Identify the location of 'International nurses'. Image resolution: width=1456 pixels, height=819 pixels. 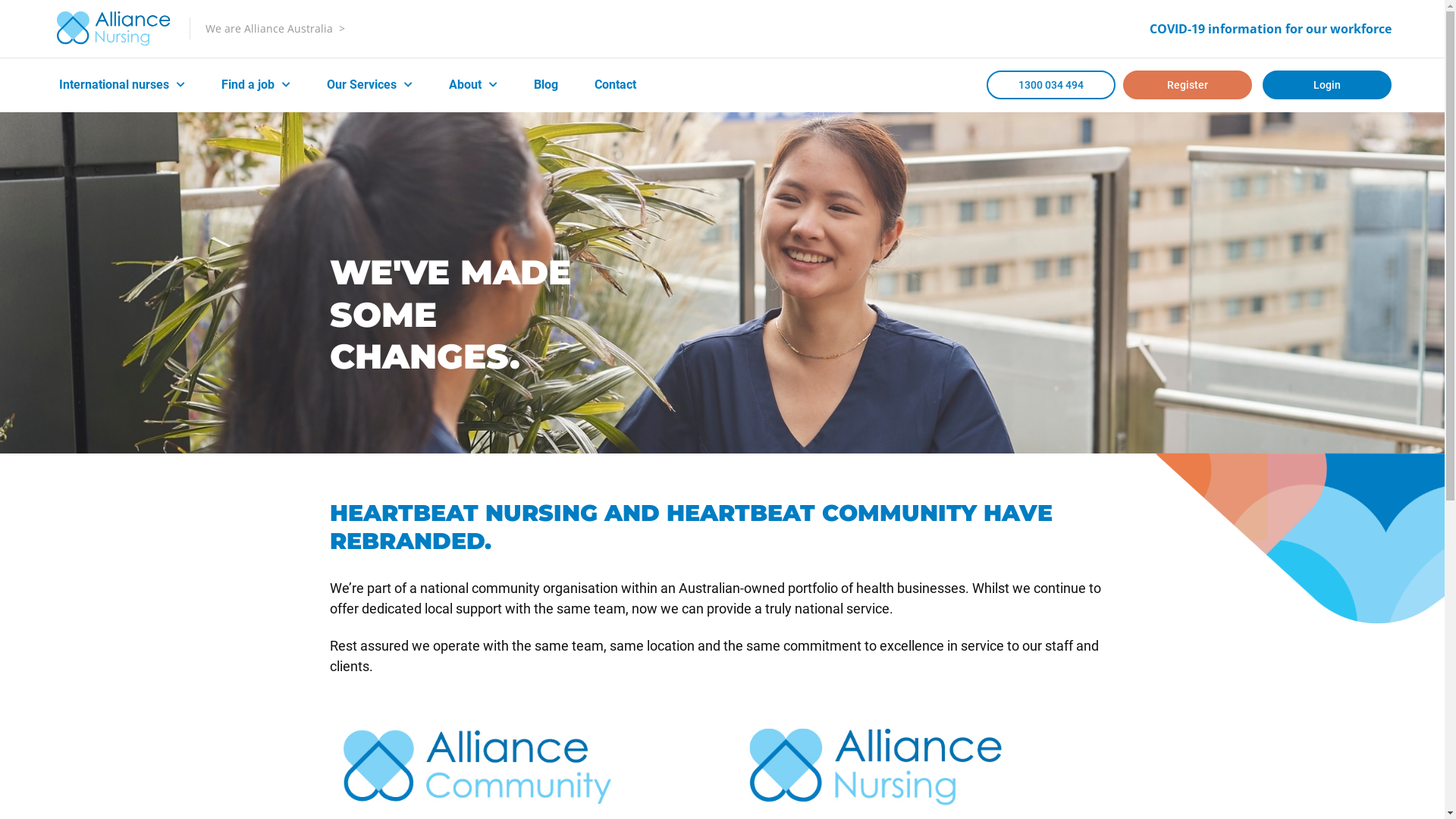
(122, 84).